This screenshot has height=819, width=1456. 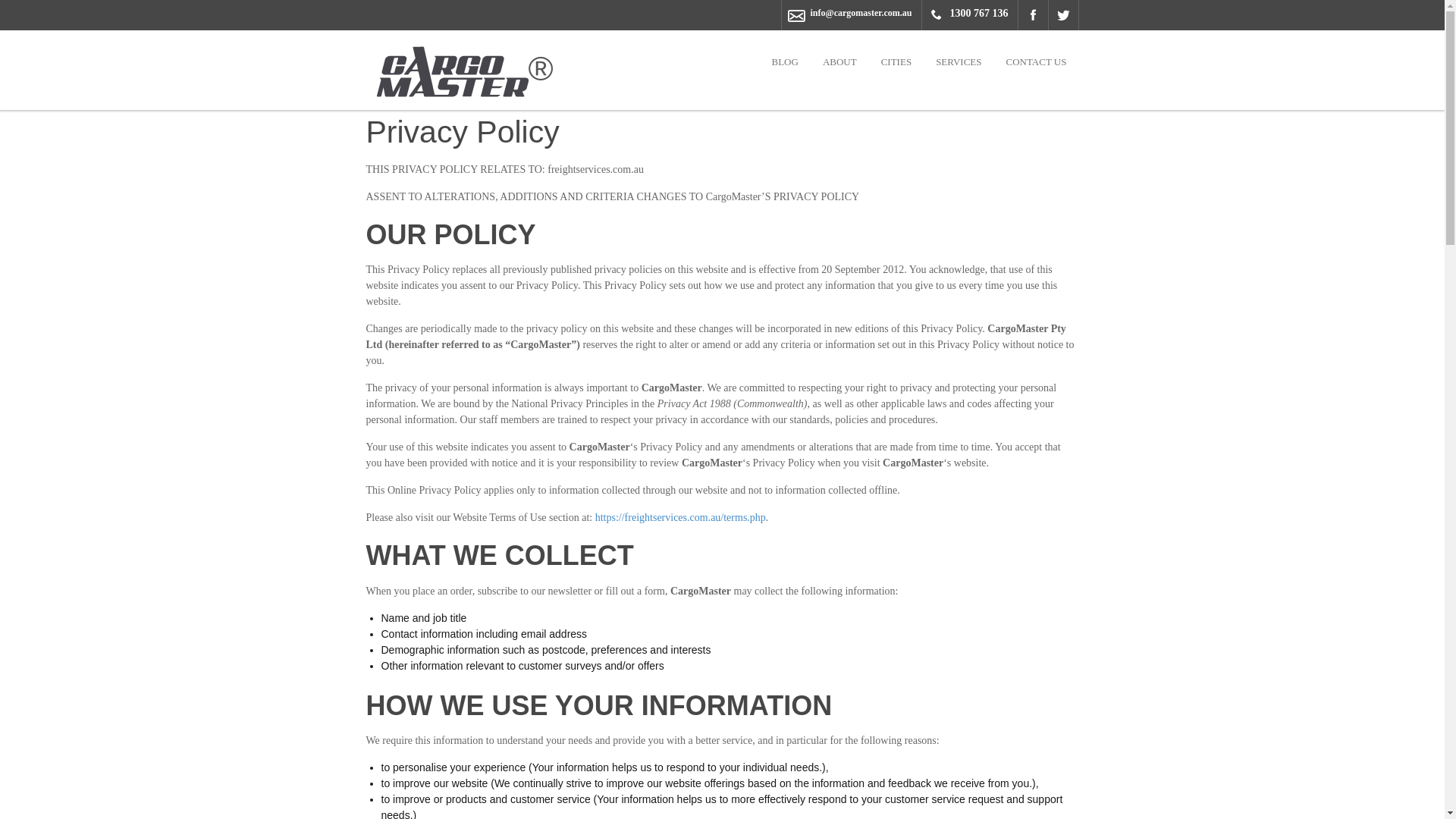 I want to click on 'ABOUT', so click(x=839, y=61).